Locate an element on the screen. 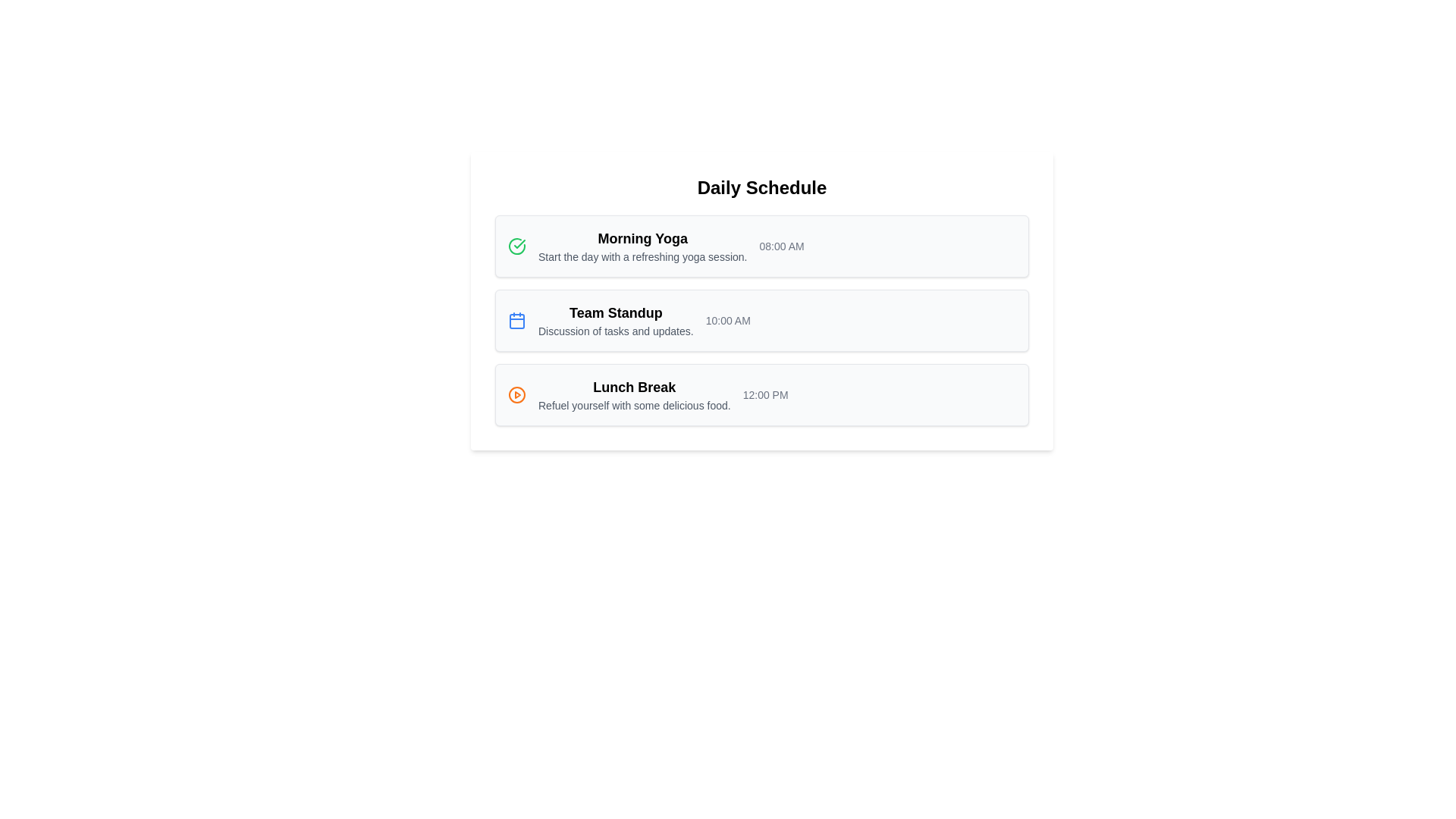  the static text description that reads 'Start the day with a refreshing yoga session.', which is styled in a small gray font and located below the heading 'Morning Yoga' is located at coordinates (642, 256).